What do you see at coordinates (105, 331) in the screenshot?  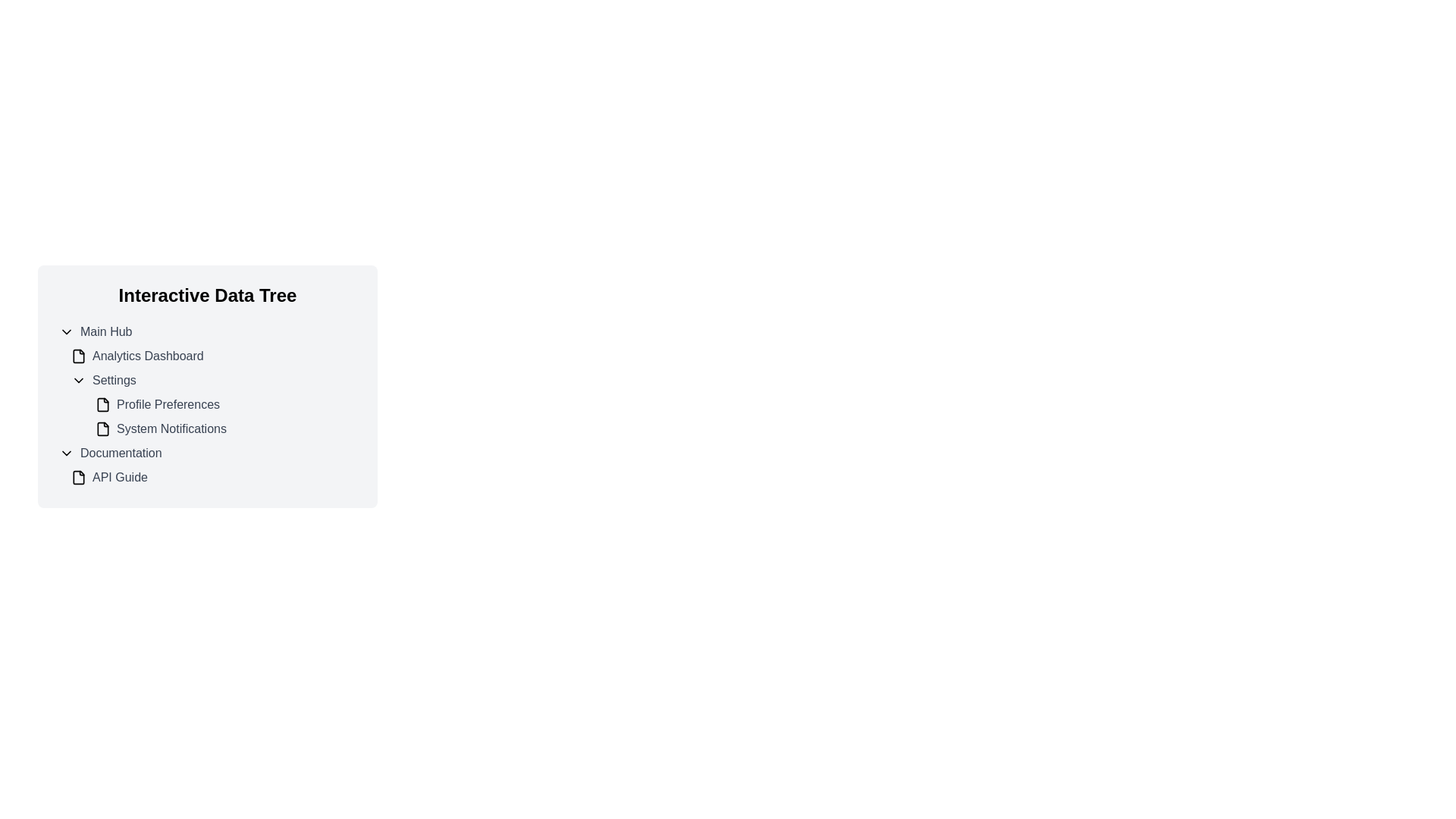 I see `the 'Main Hub' text label` at bounding box center [105, 331].